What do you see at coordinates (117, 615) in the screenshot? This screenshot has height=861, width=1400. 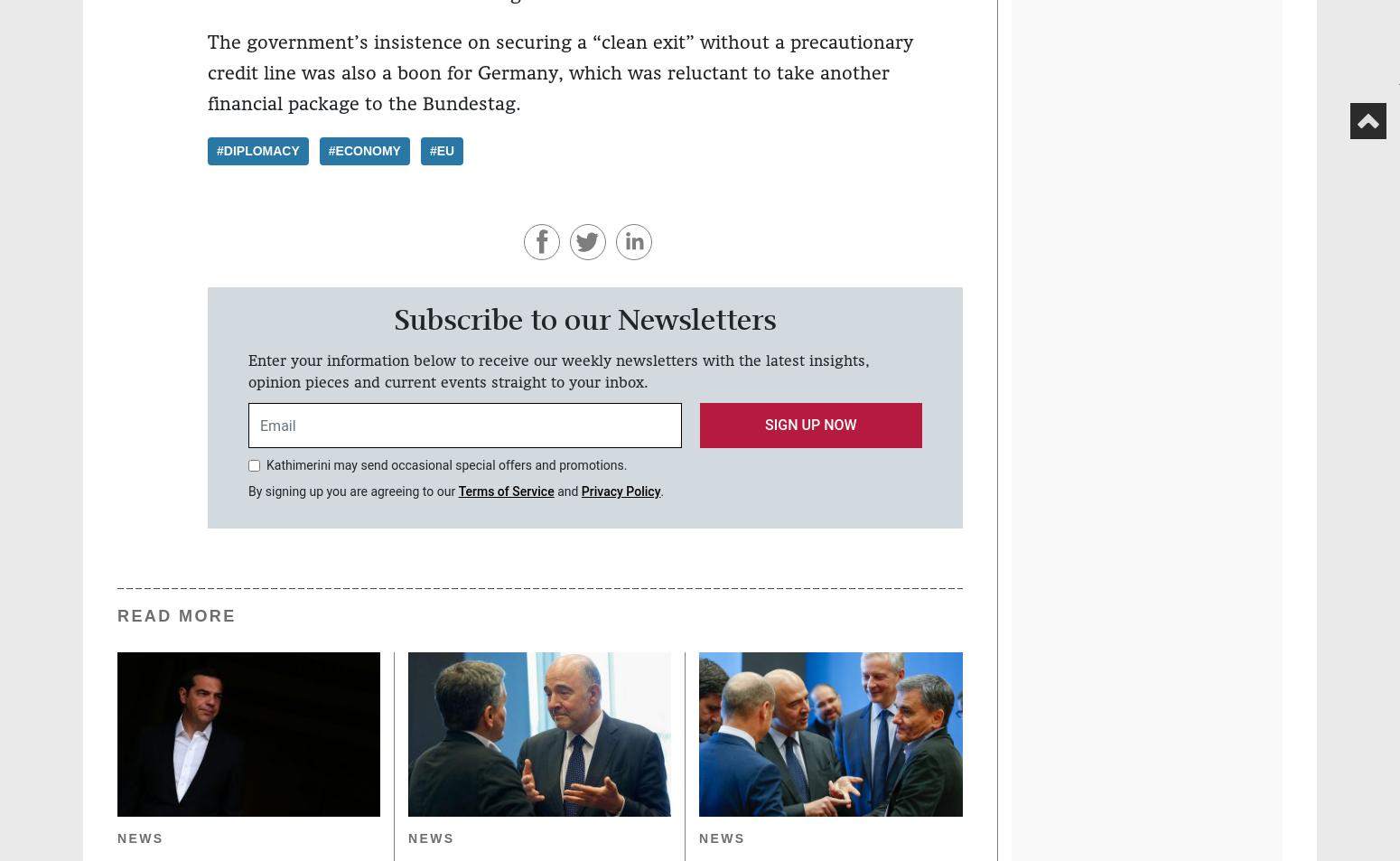 I see `'READ MORE'` at bounding box center [117, 615].